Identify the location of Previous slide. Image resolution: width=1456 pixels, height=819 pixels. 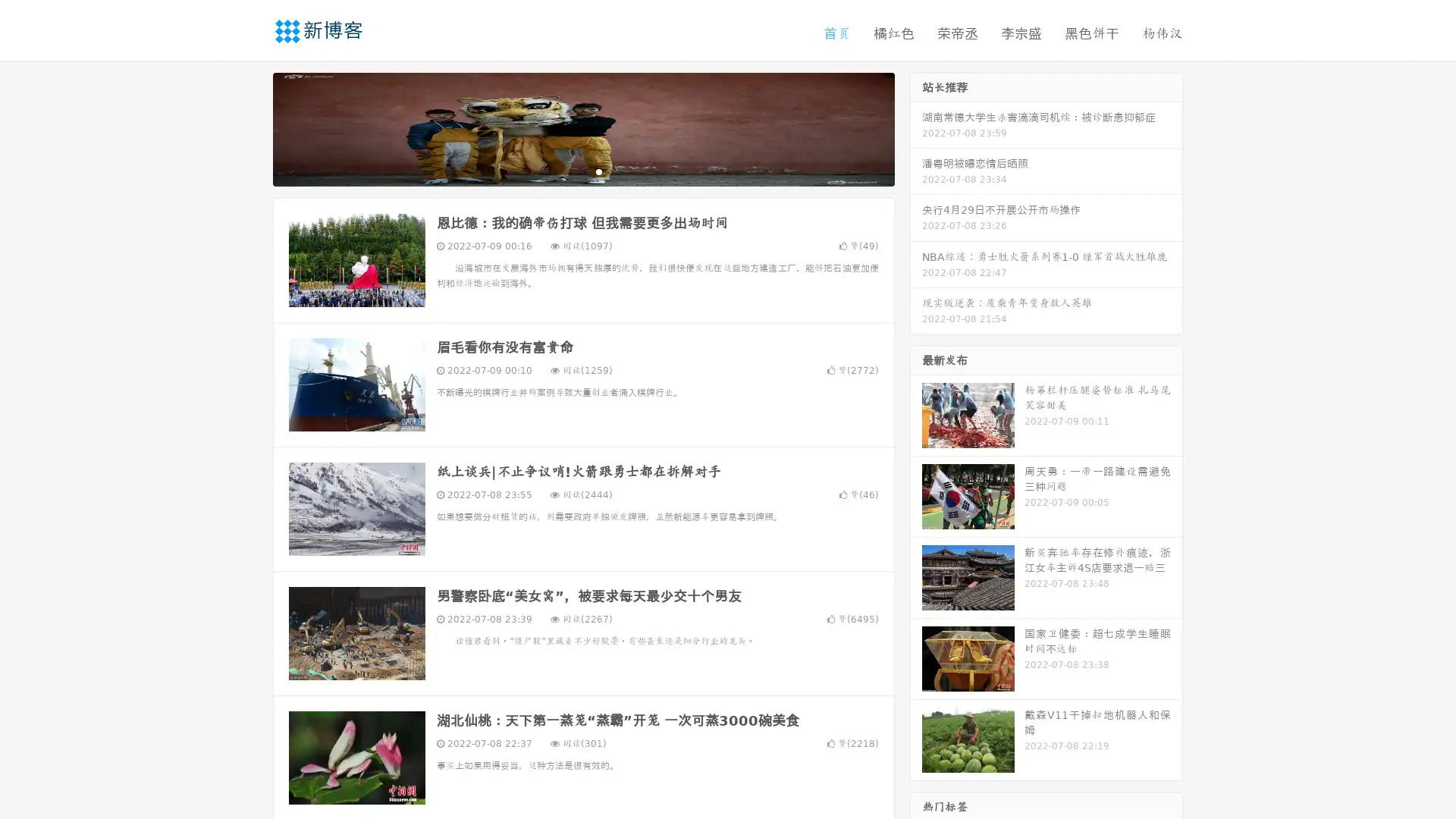
(250, 127).